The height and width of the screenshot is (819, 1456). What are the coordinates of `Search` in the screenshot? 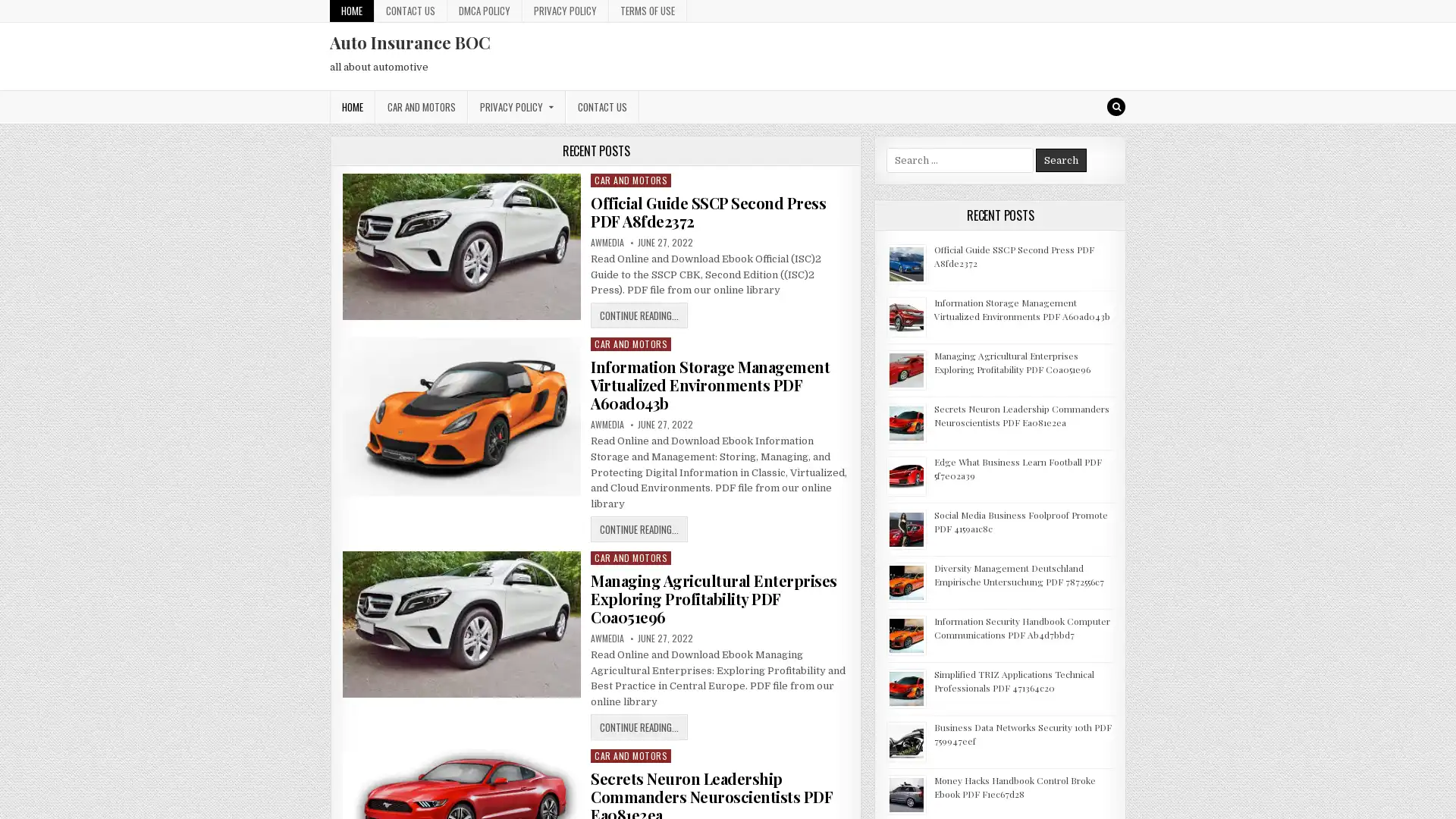 It's located at (1060, 160).